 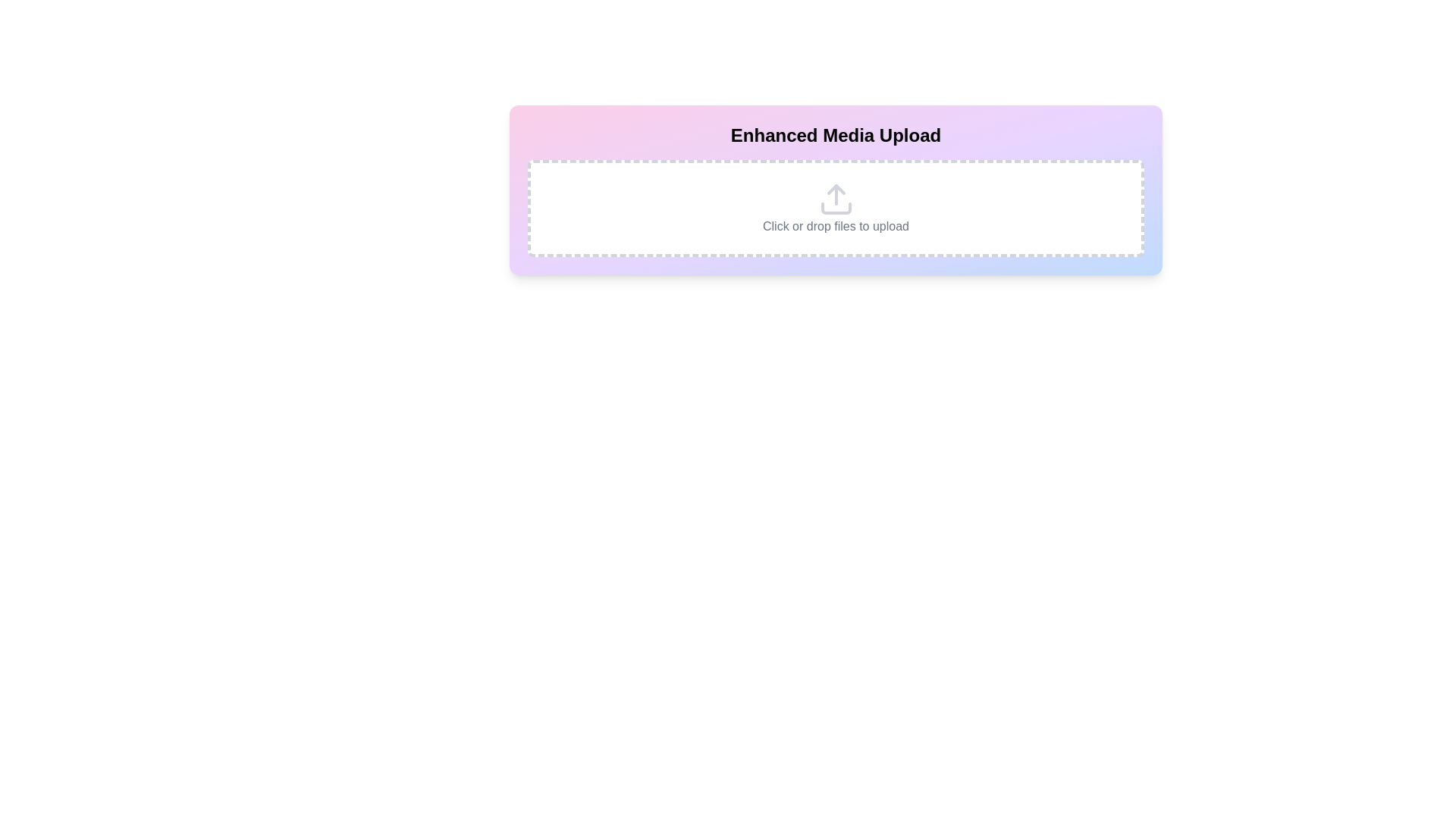 What do you see at coordinates (835, 208) in the screenshot?
I see `the interactive dropzone component located below the text 'Enhanced Media Upload'` at bounding box center [835, 208].